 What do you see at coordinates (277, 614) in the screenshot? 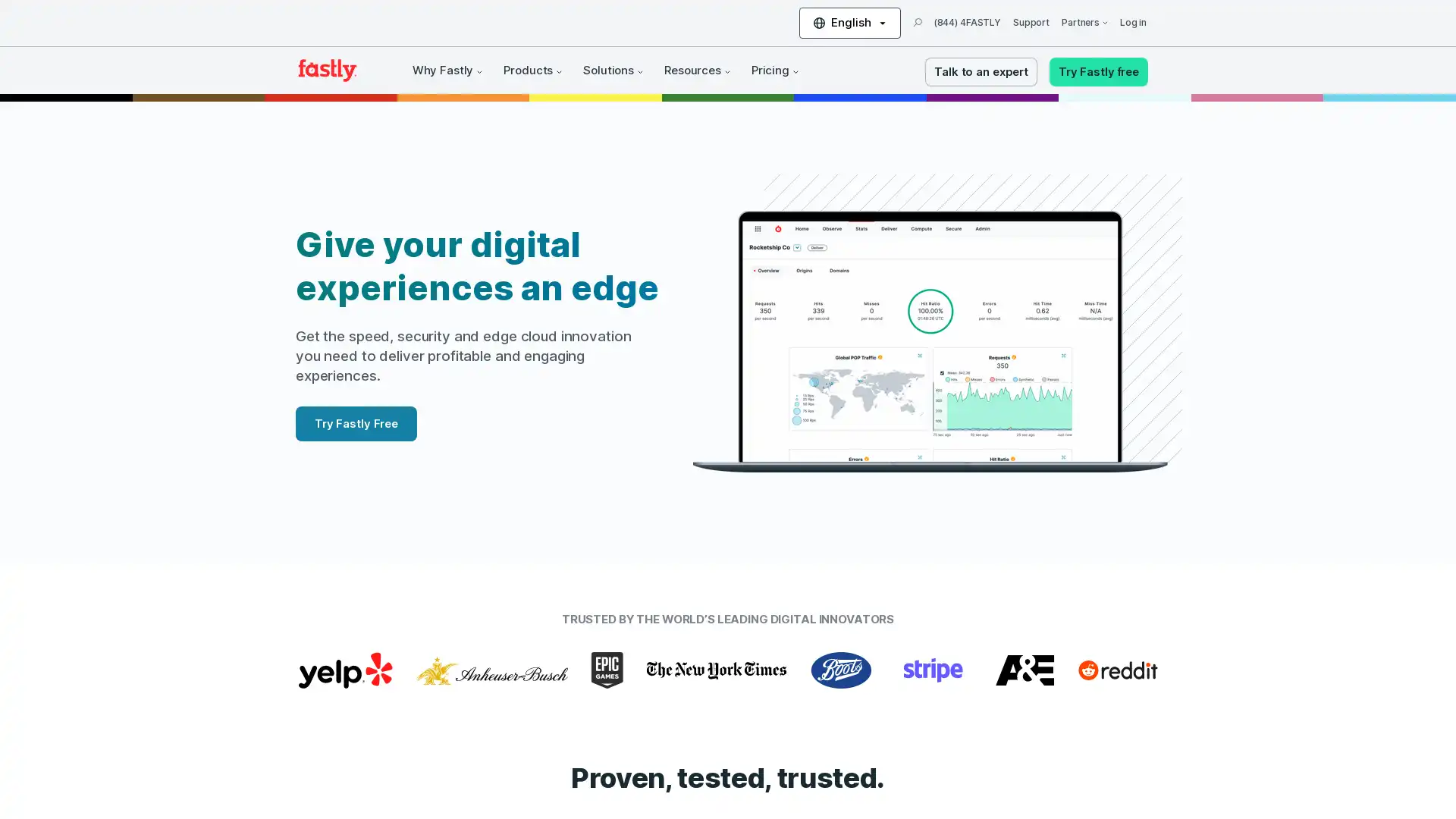
I see `Close` at bounding box center [277, 614].